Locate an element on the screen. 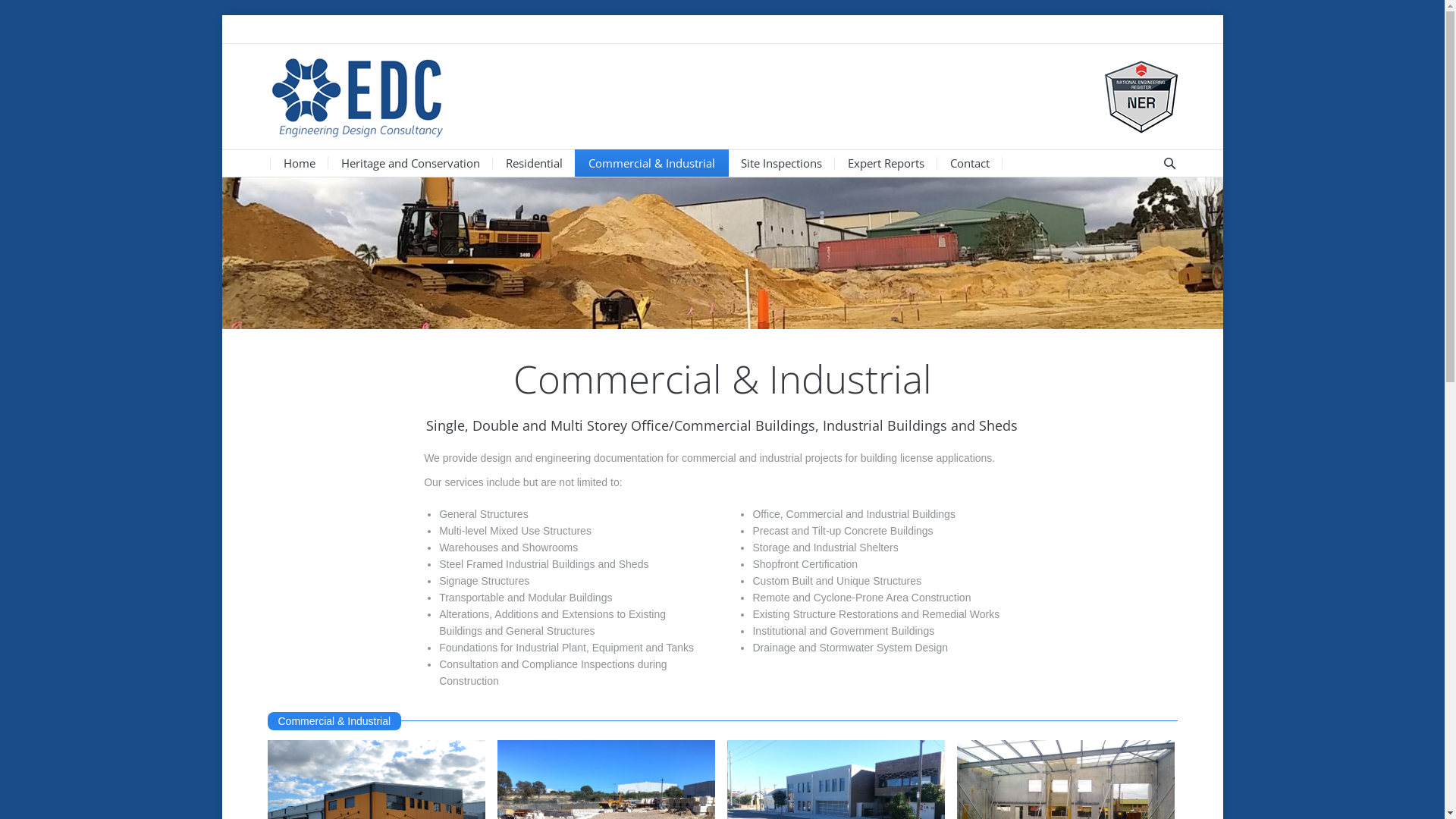  'Commercial & Industrial' is located at coordinates (651, 163).